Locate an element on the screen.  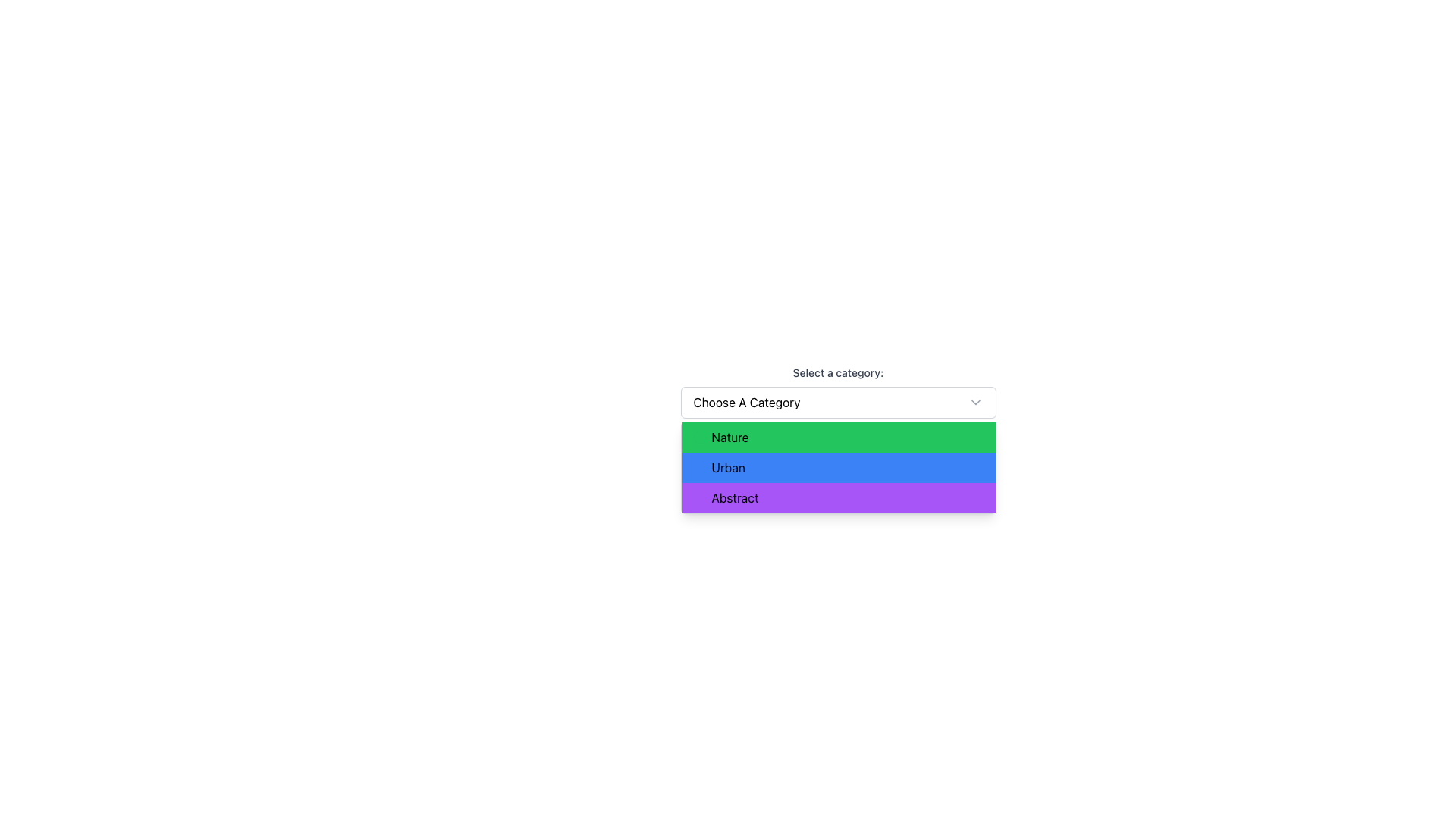
the first option in the dropdown menu labeled 'Nature' is located at coordinates (837, 438).